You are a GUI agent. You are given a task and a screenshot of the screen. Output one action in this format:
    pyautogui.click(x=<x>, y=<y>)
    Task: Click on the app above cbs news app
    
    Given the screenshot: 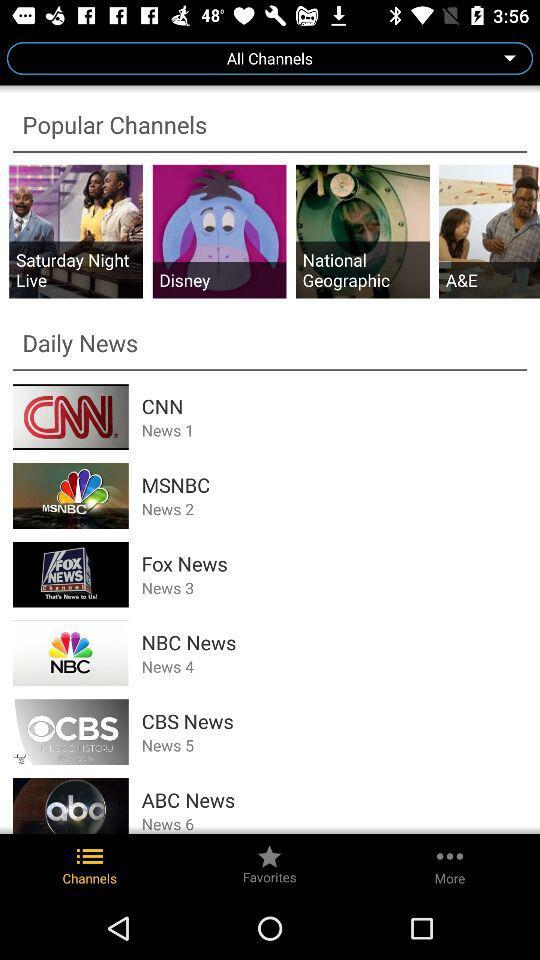 What is the action you would take?
    pyautogui.click(x=334, y=666)
    